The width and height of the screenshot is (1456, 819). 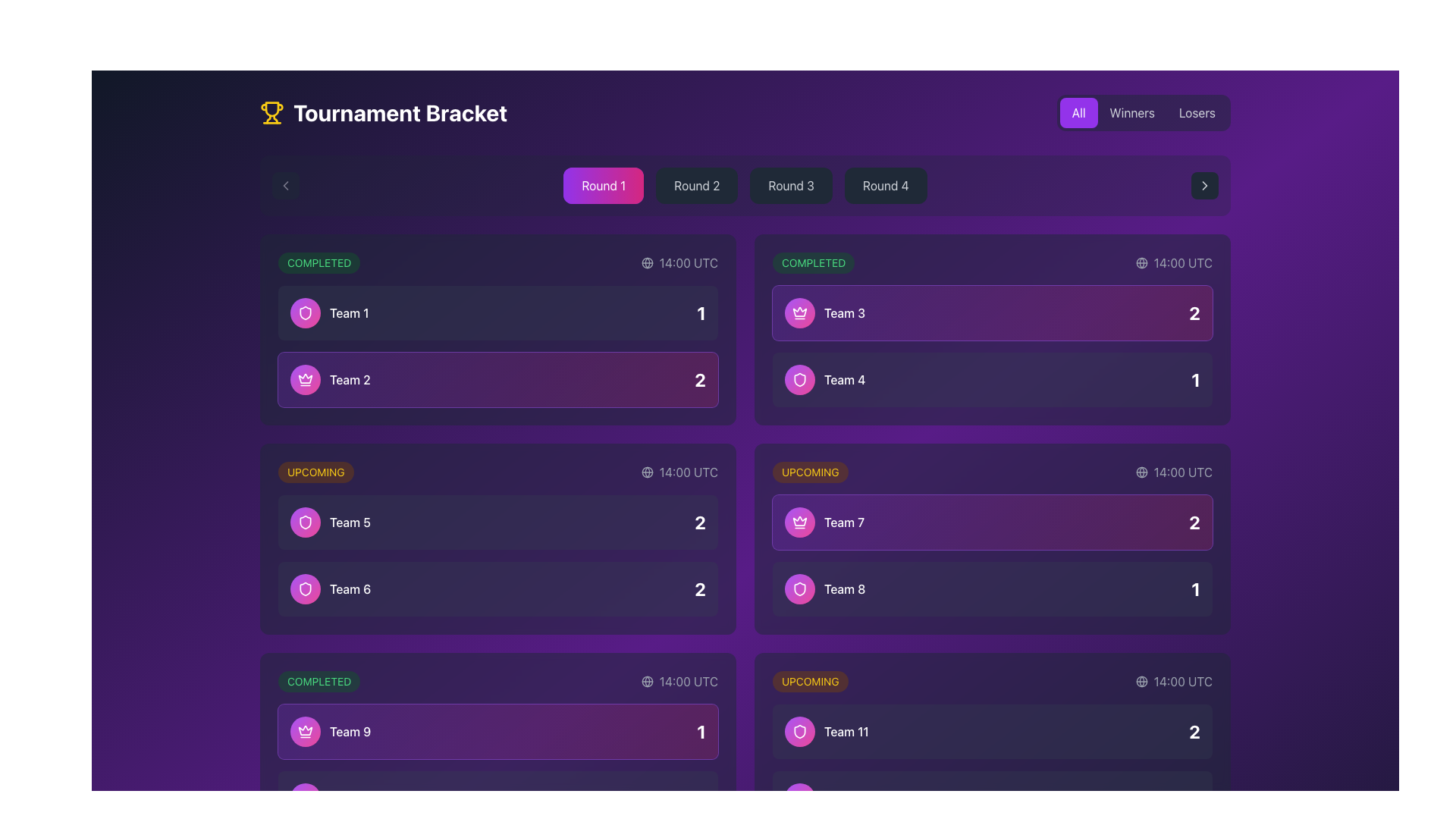 What do you see at coordinates (1173, 472) in the screenshot?
I see `content displayed in the label with an icon that shows the time zone-converted event start time, located in the lower-mid right section of the UI, in the second column's fourth row, following the 'UPCOMING' label` at bounding box center [1173, 472].